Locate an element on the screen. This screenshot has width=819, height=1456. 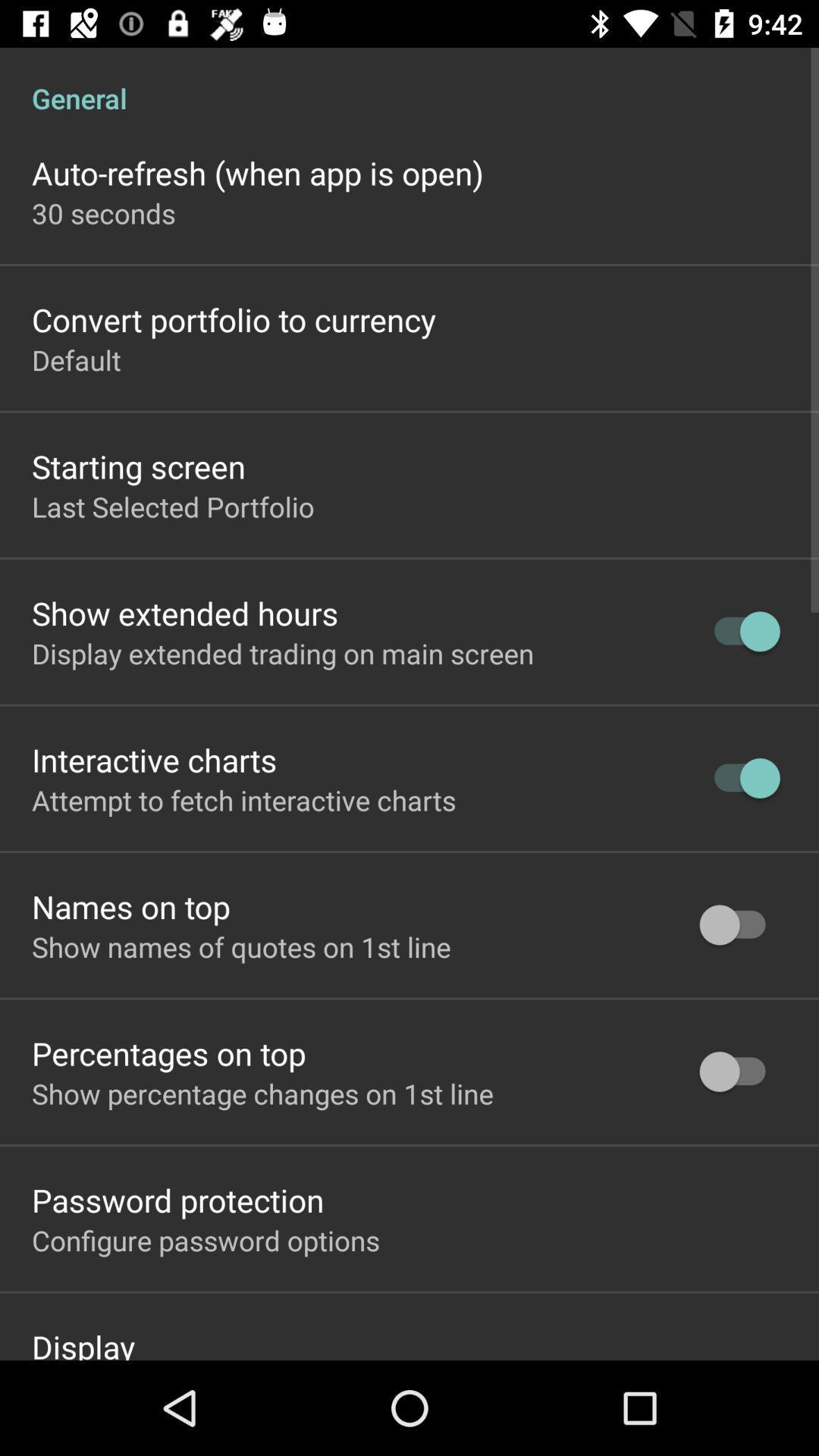
the app below convert portfolio to is located at coordinates (76, 359).